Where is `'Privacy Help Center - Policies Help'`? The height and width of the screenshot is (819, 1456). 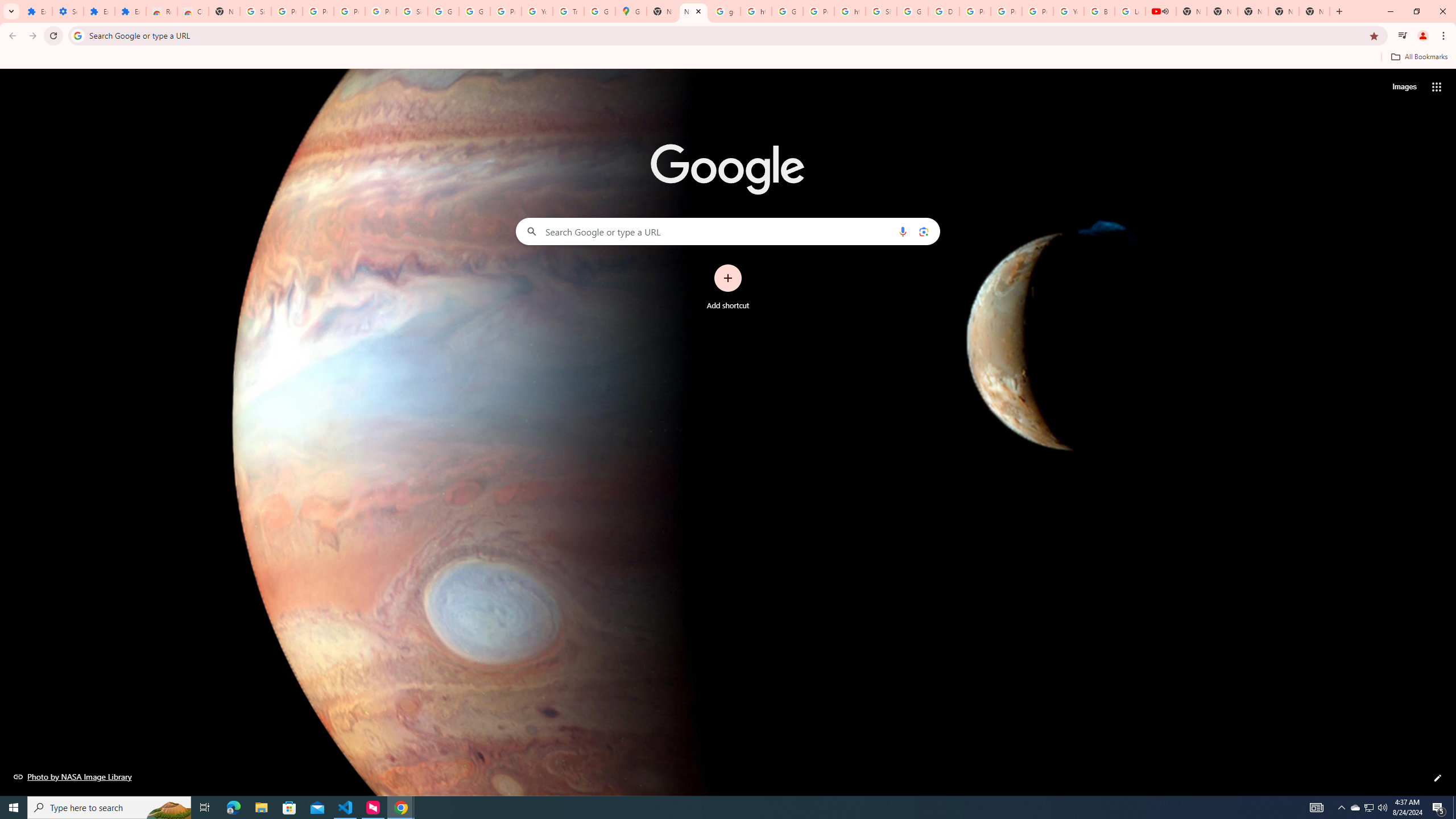 'Privacy Help Center - Policies Help' is located at coordinates (974, 11).